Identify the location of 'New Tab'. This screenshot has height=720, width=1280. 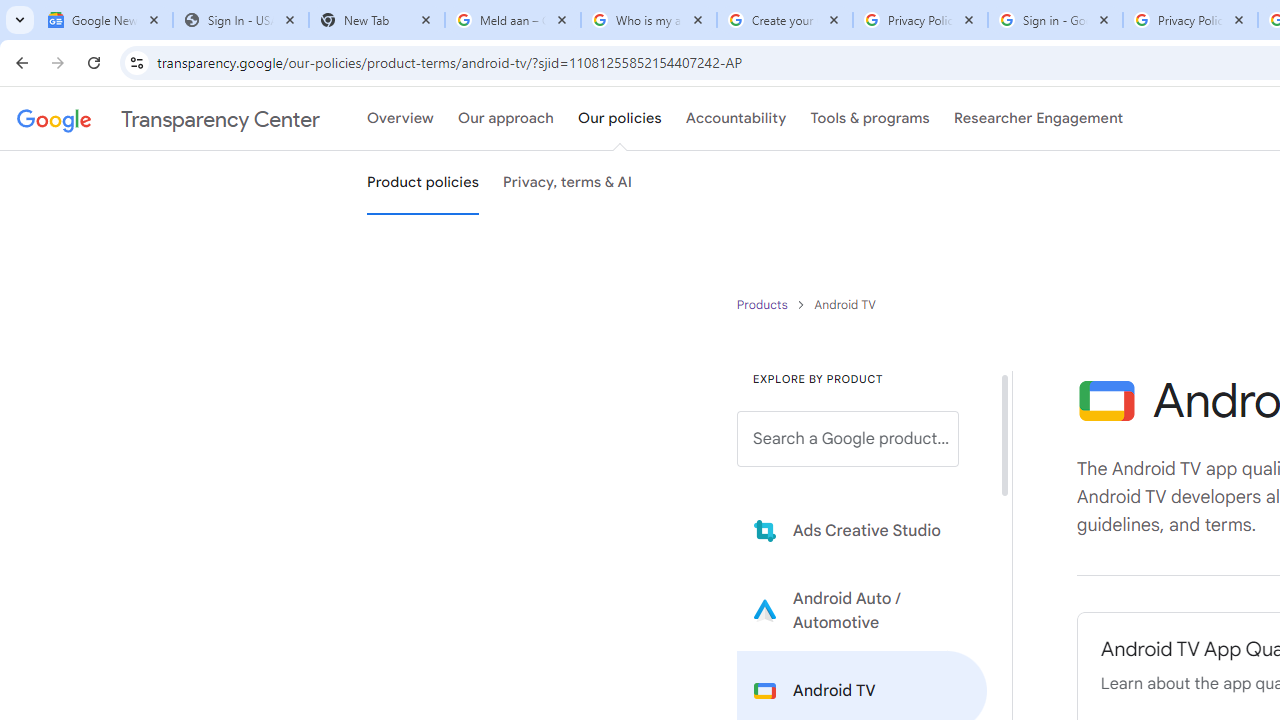
(376, 20).